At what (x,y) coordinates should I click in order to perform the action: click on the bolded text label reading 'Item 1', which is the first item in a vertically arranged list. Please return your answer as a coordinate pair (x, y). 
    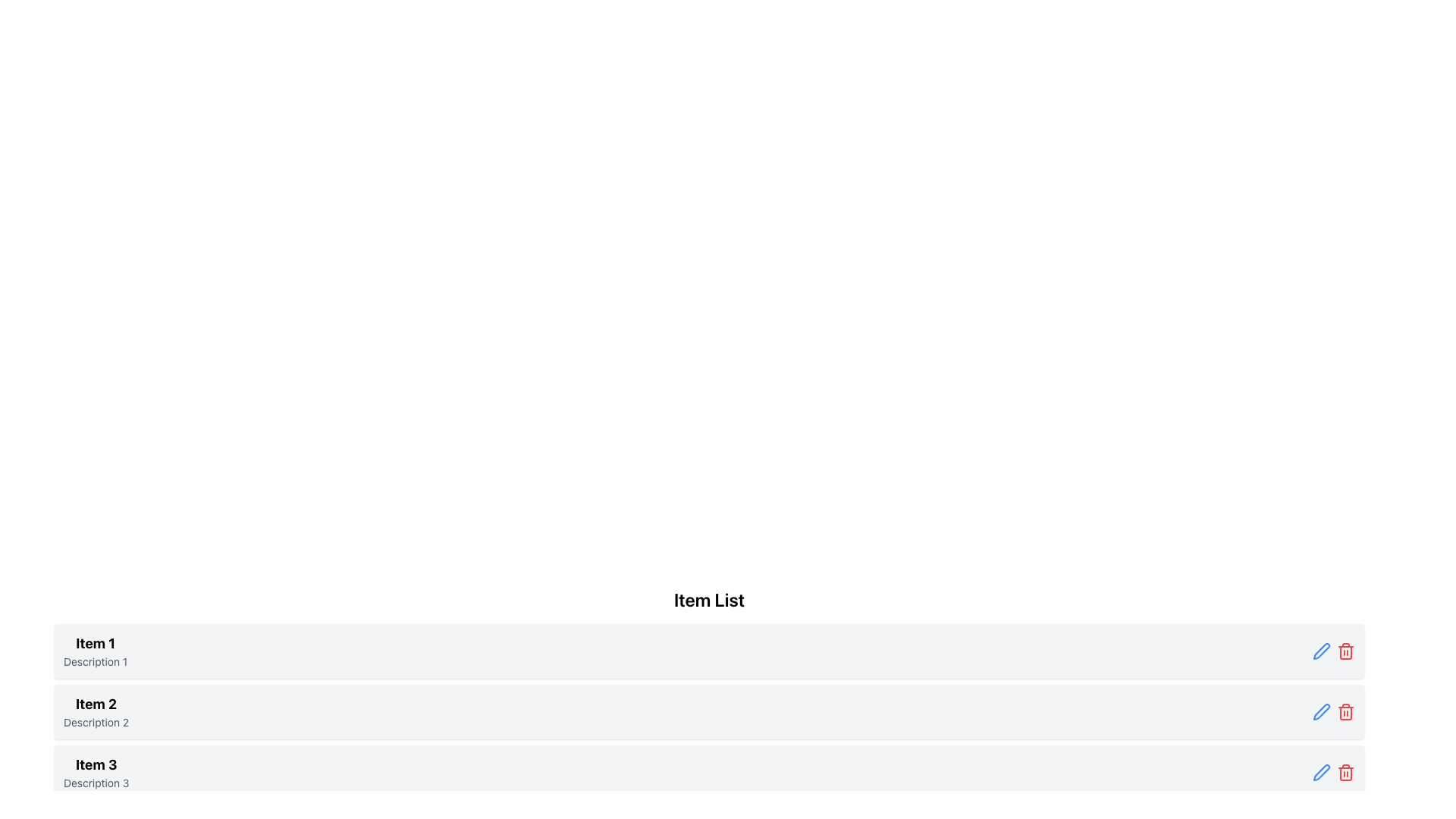
    Looking at the image, I should click on (95, 643).